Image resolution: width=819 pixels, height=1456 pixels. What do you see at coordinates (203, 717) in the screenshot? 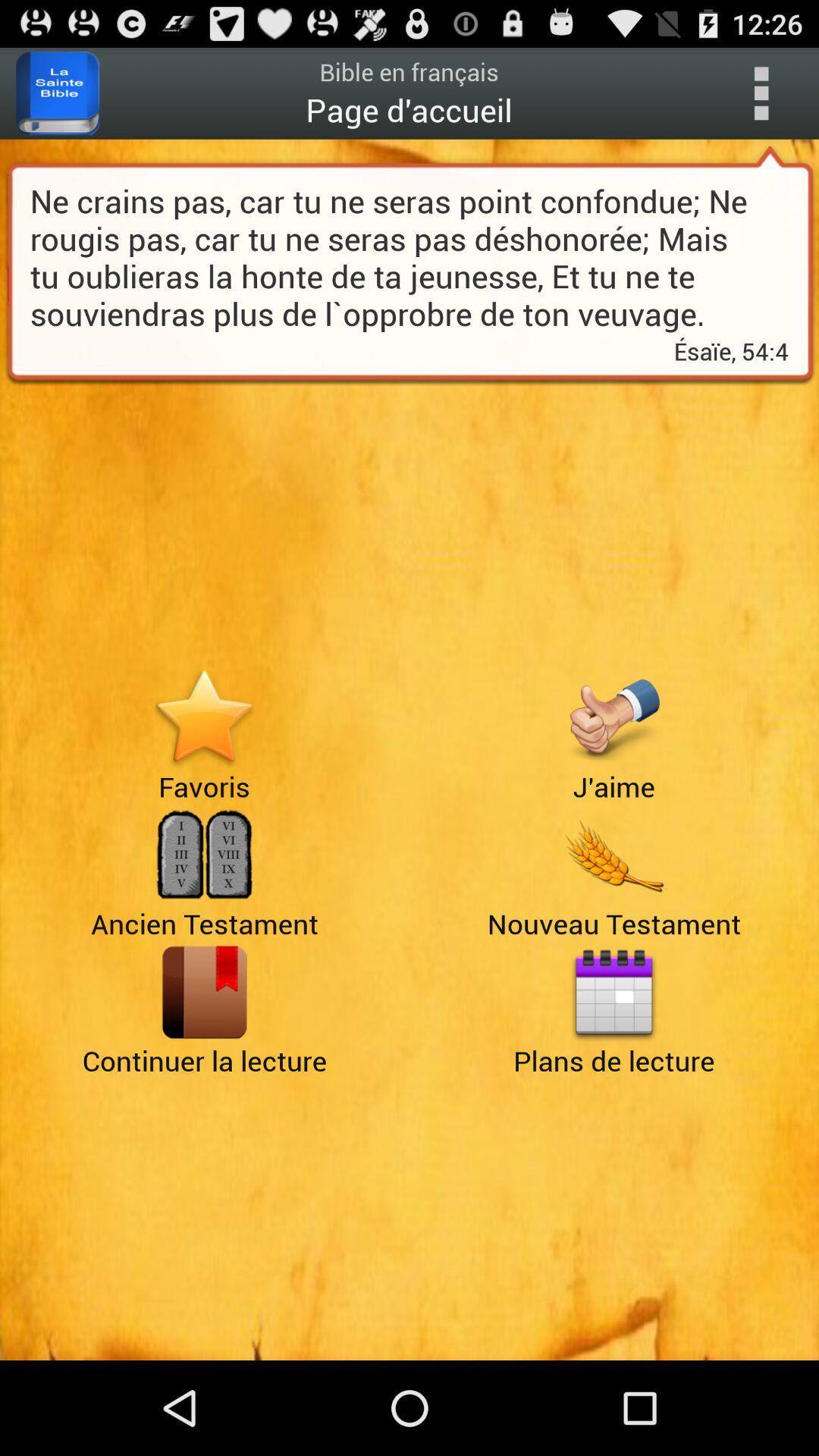
I see `goto favoris` at bounding box center [203, 717].